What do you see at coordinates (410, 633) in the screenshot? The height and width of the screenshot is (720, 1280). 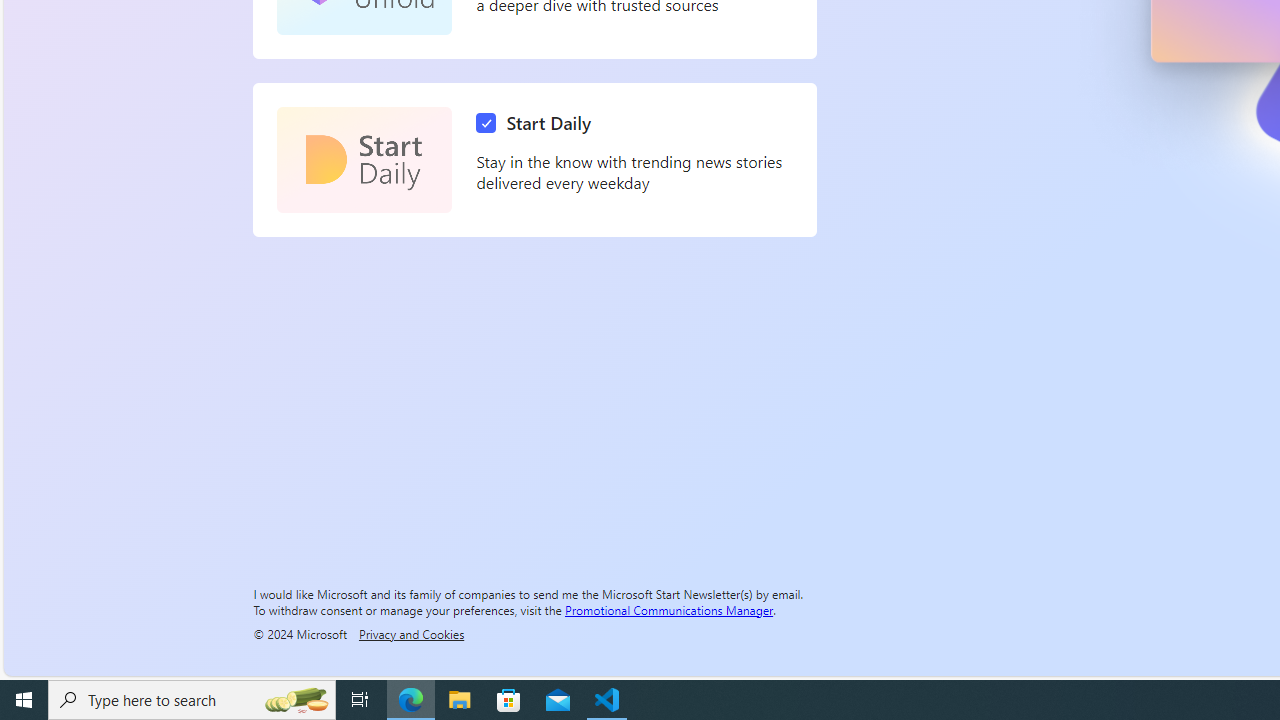 I see `'Privacy and Cookies'` at bounding box center [410, 633].